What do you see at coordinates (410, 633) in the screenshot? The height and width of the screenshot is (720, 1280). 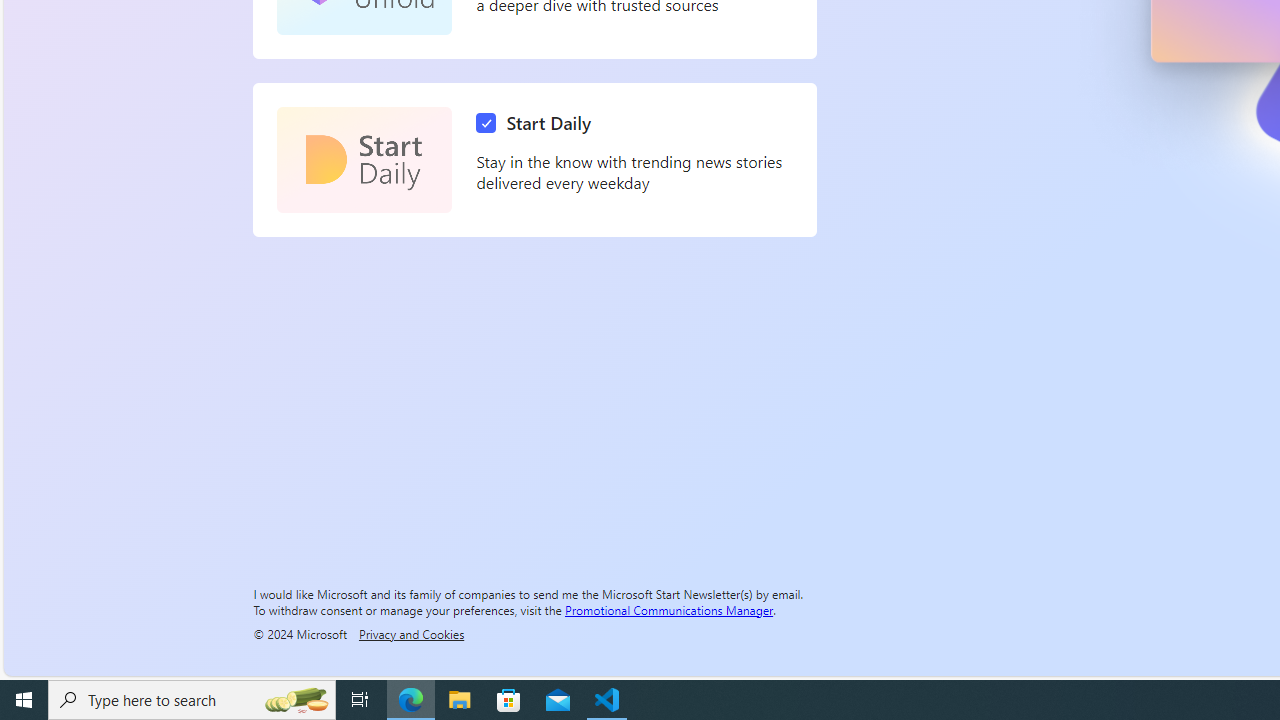 I see `'Privacy and Cookies'` at bounding box center [410, 633].